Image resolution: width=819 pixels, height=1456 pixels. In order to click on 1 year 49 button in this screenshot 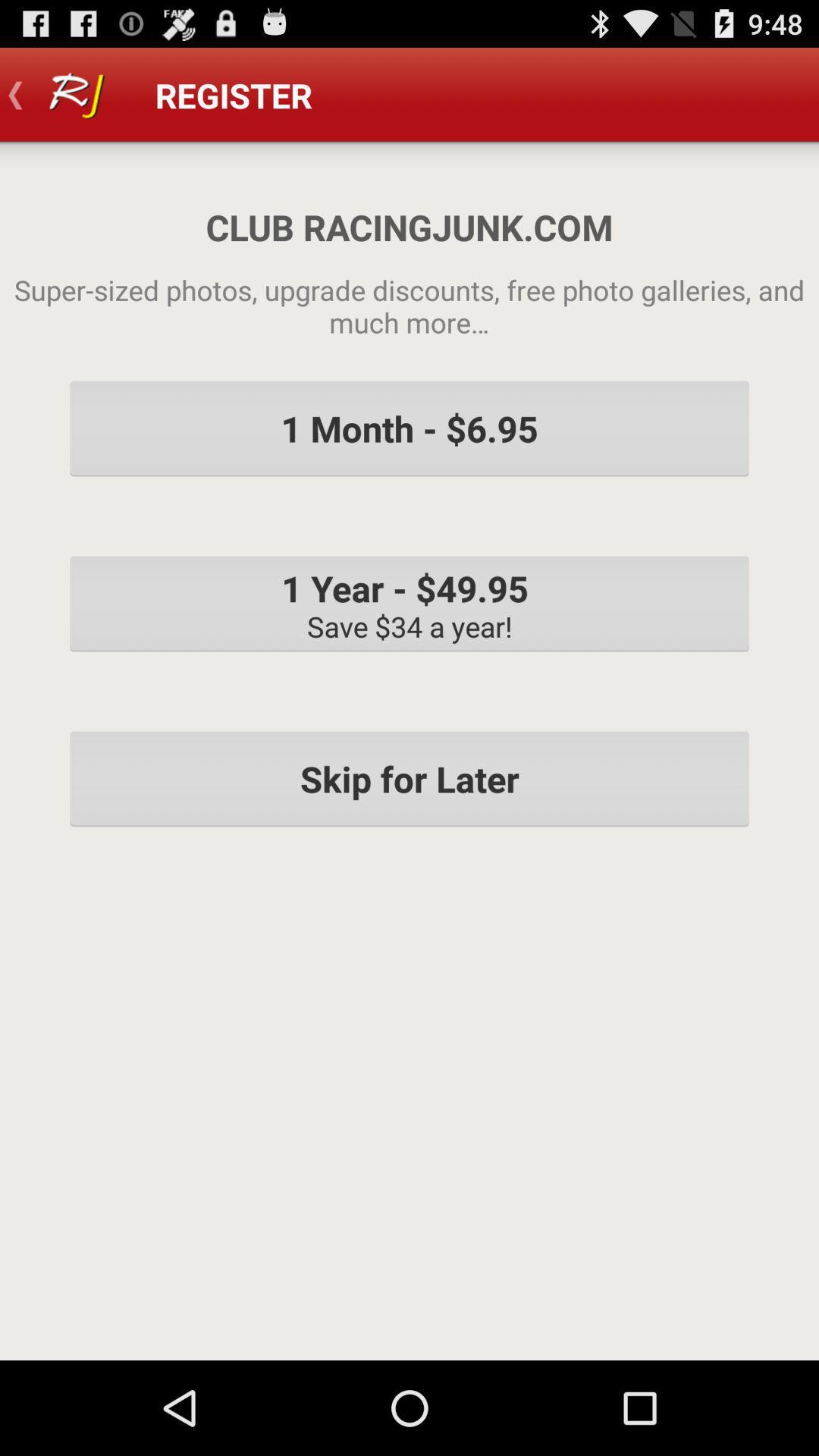, I will do `click(409, 603)`.